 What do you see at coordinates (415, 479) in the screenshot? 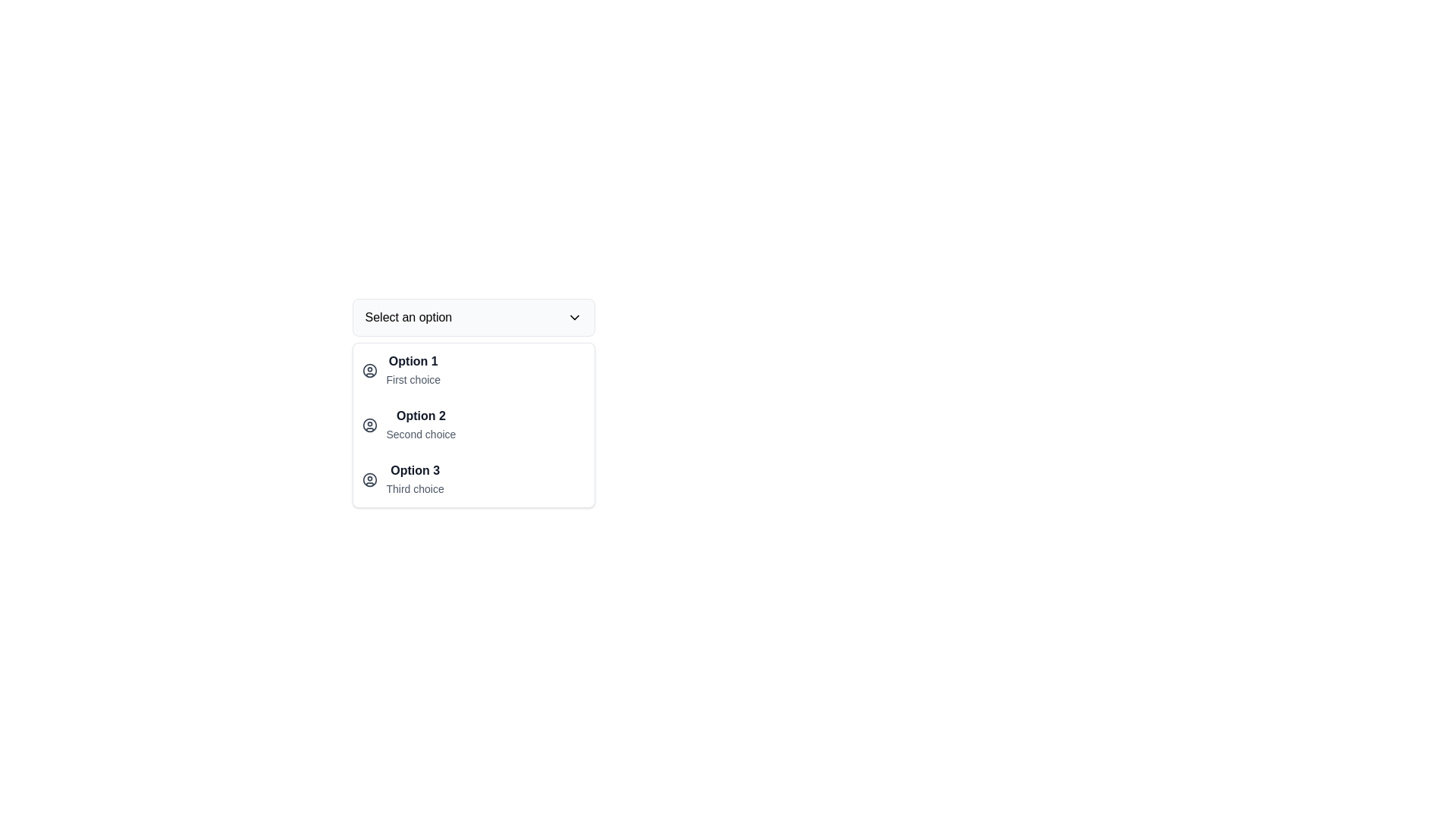
I see `the text label displaying 'Option 3' in bold and 'Third choice' underneath it, which is the third option in a vertical list of choices` at bounding box center [415, 479].